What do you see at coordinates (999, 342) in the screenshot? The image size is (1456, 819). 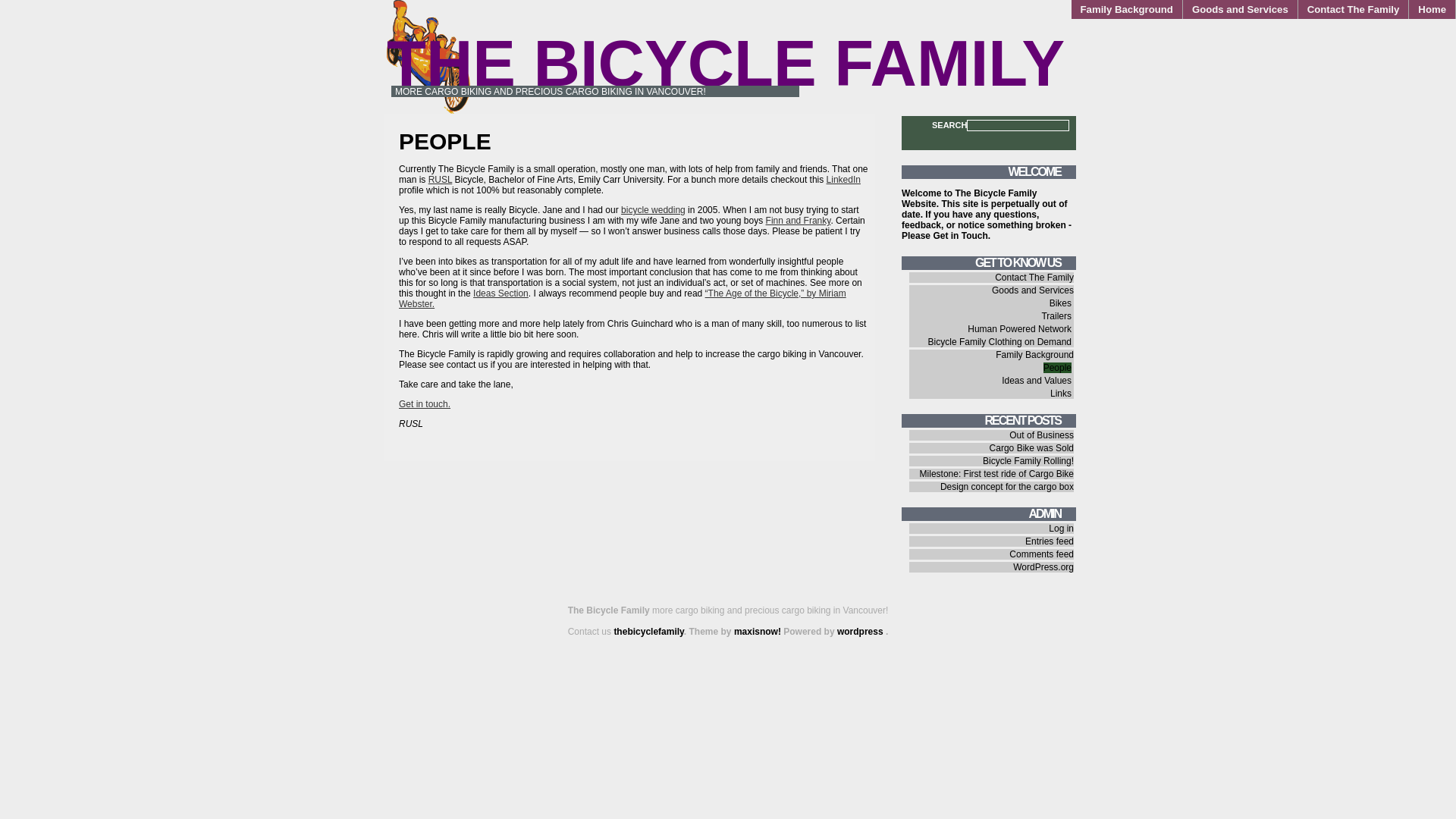 I see `'Bicycle Family Clothing on Demand'` at bounding box center [999, 342].